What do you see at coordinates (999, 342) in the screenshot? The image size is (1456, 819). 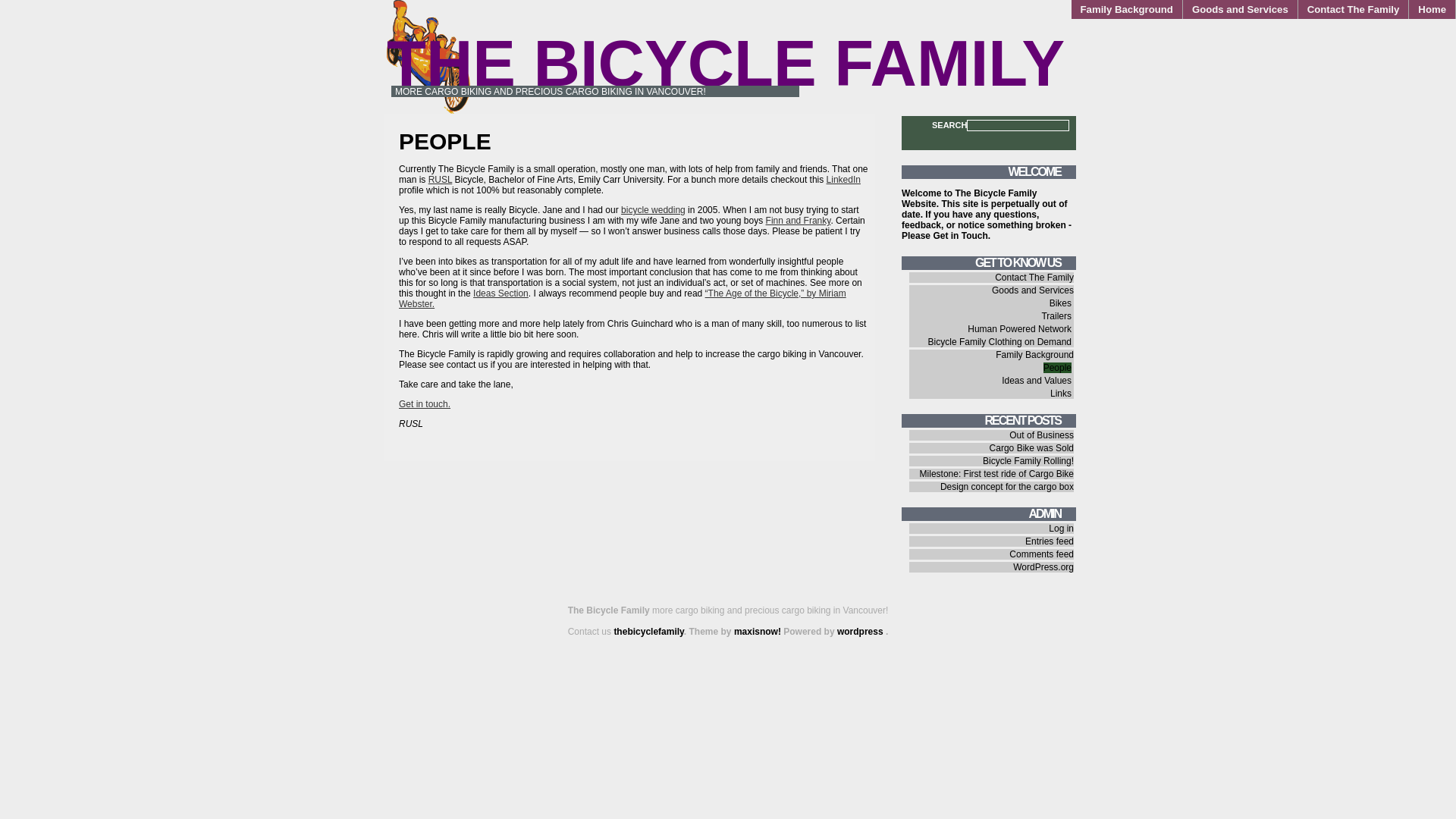 I see `'Bicycle Family Clothing on Demand'` at bounding box center [999, 342].